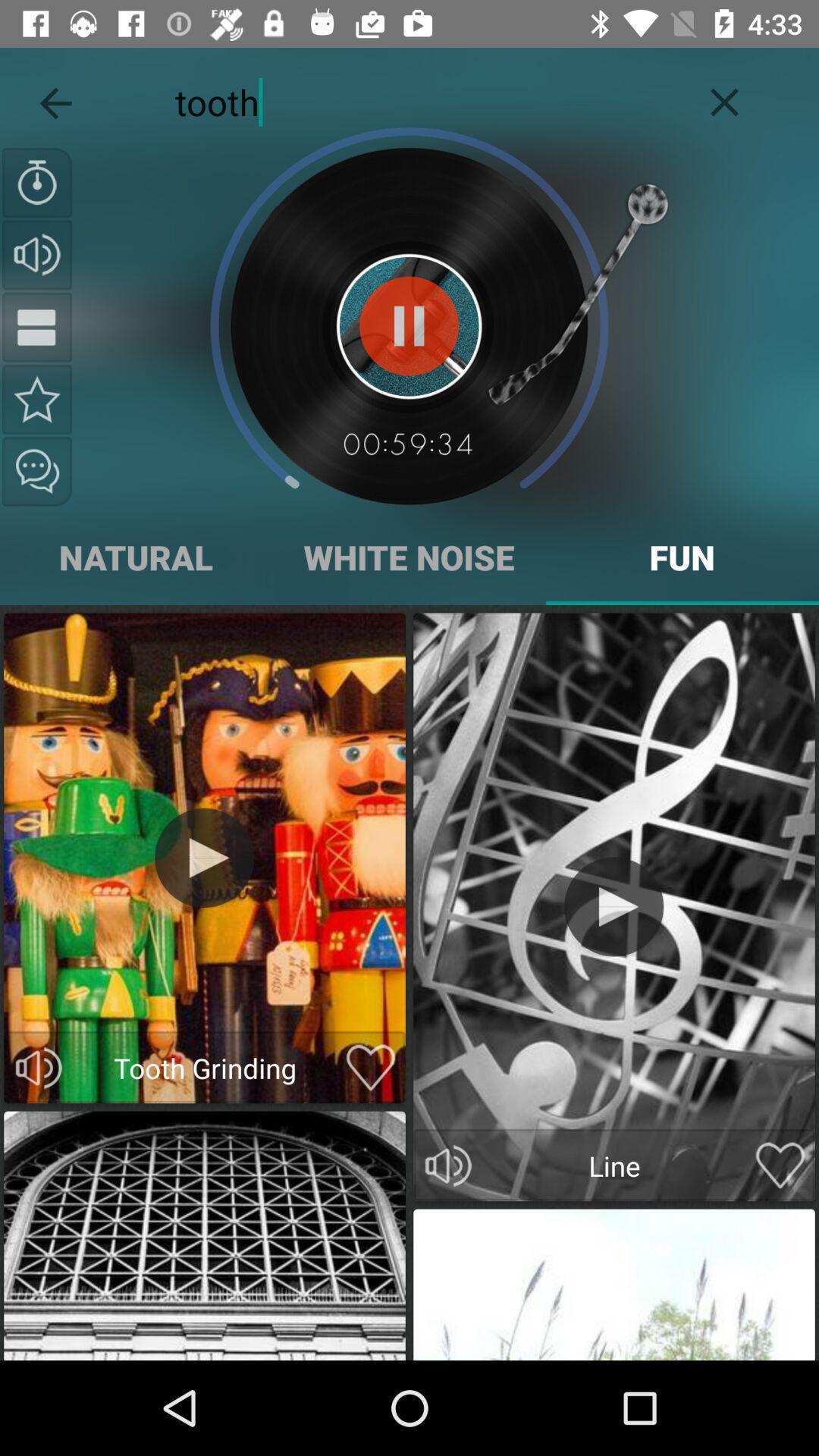 The image size is (819, 1456). I want to click on the time icon, so click(36, 182).